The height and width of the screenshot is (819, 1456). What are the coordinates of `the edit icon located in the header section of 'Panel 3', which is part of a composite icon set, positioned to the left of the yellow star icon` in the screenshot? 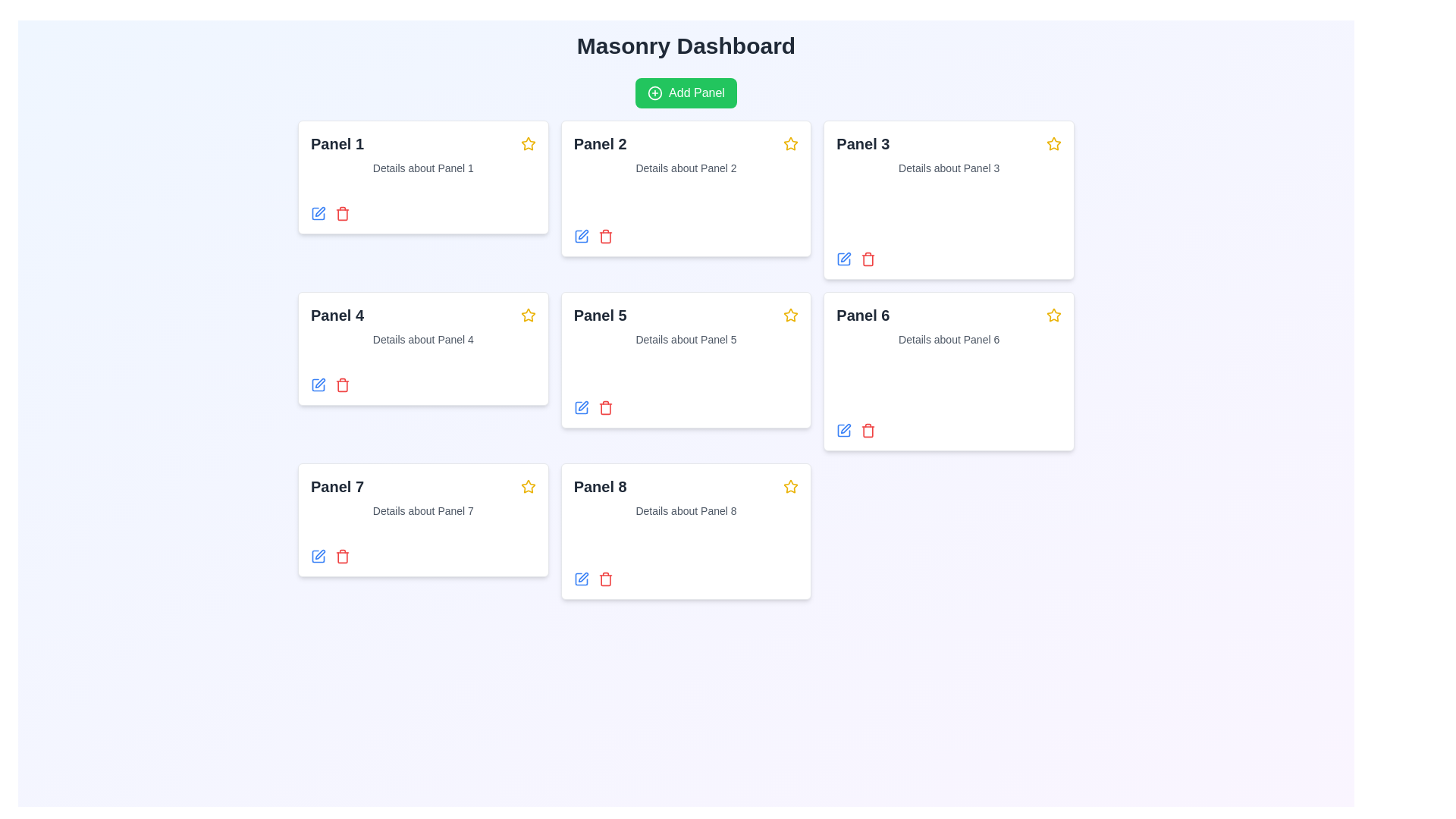 It's located at (843, 259).